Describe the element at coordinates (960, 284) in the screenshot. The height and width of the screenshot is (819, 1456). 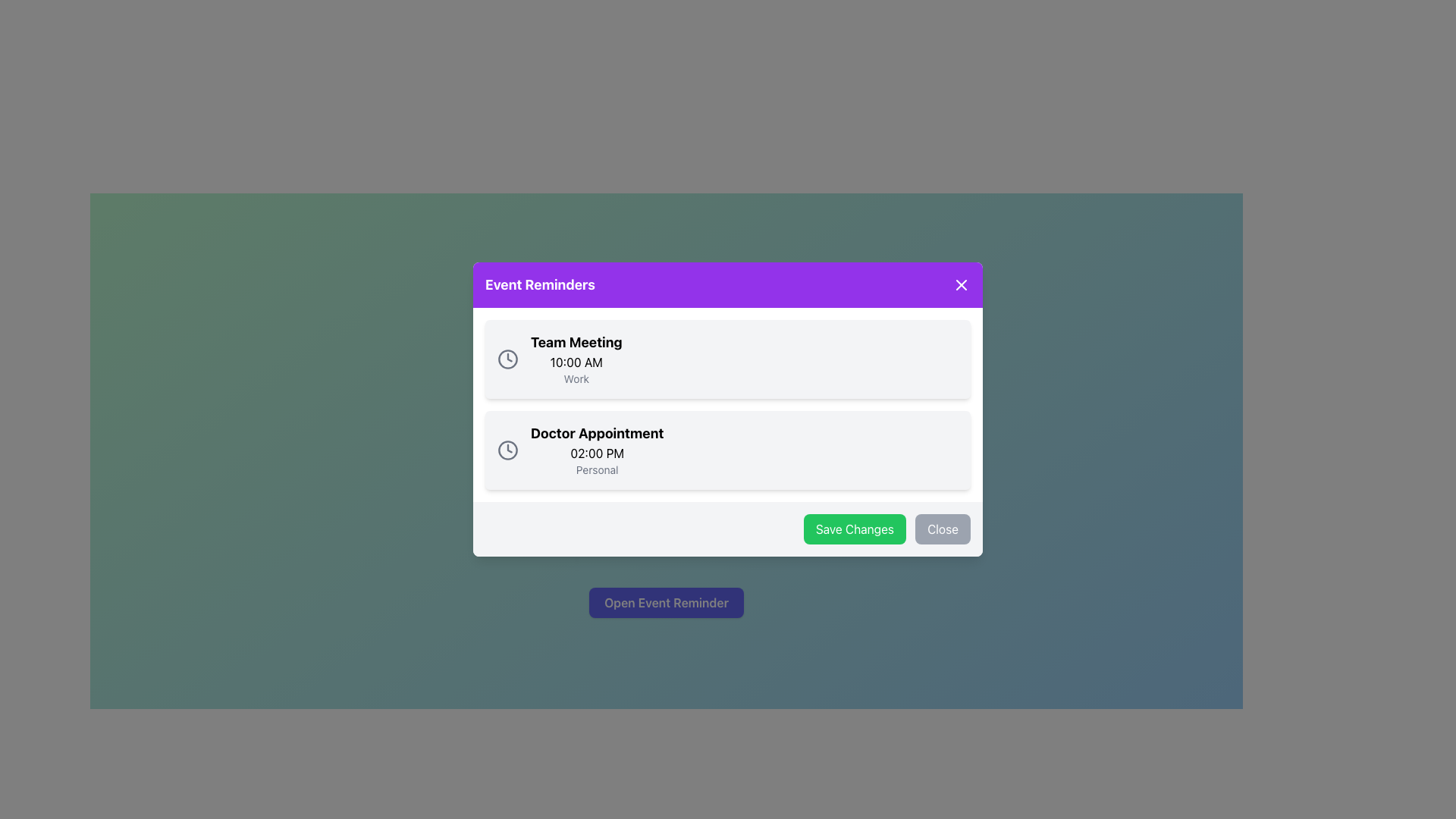
I see `the close button located in the top-right corner of the 'Event Reminders' purple bar` at that location.